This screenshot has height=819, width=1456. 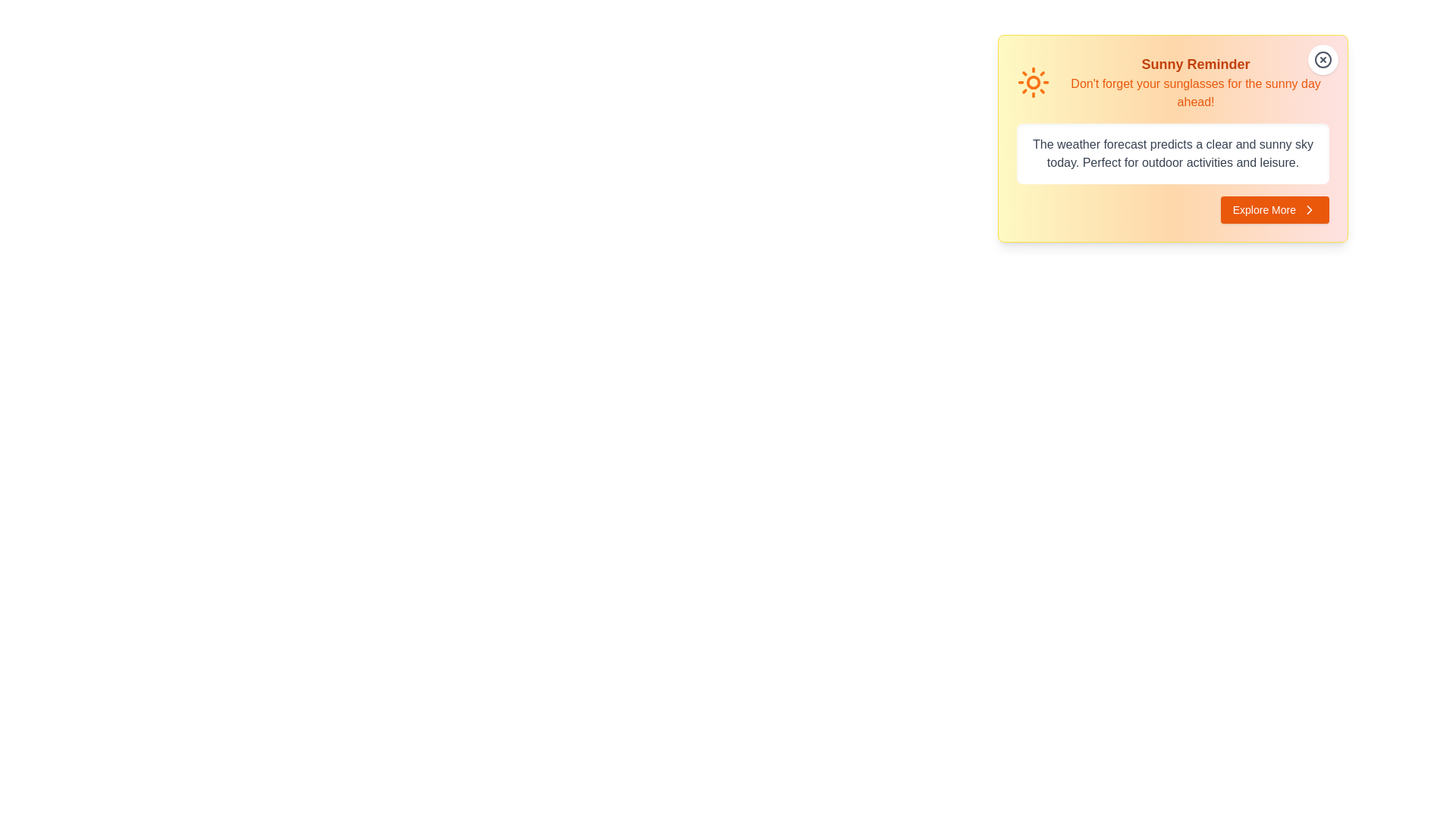 I want to click on the close icon in the top-right corner of the alert component, so click(x=1323, y=58).